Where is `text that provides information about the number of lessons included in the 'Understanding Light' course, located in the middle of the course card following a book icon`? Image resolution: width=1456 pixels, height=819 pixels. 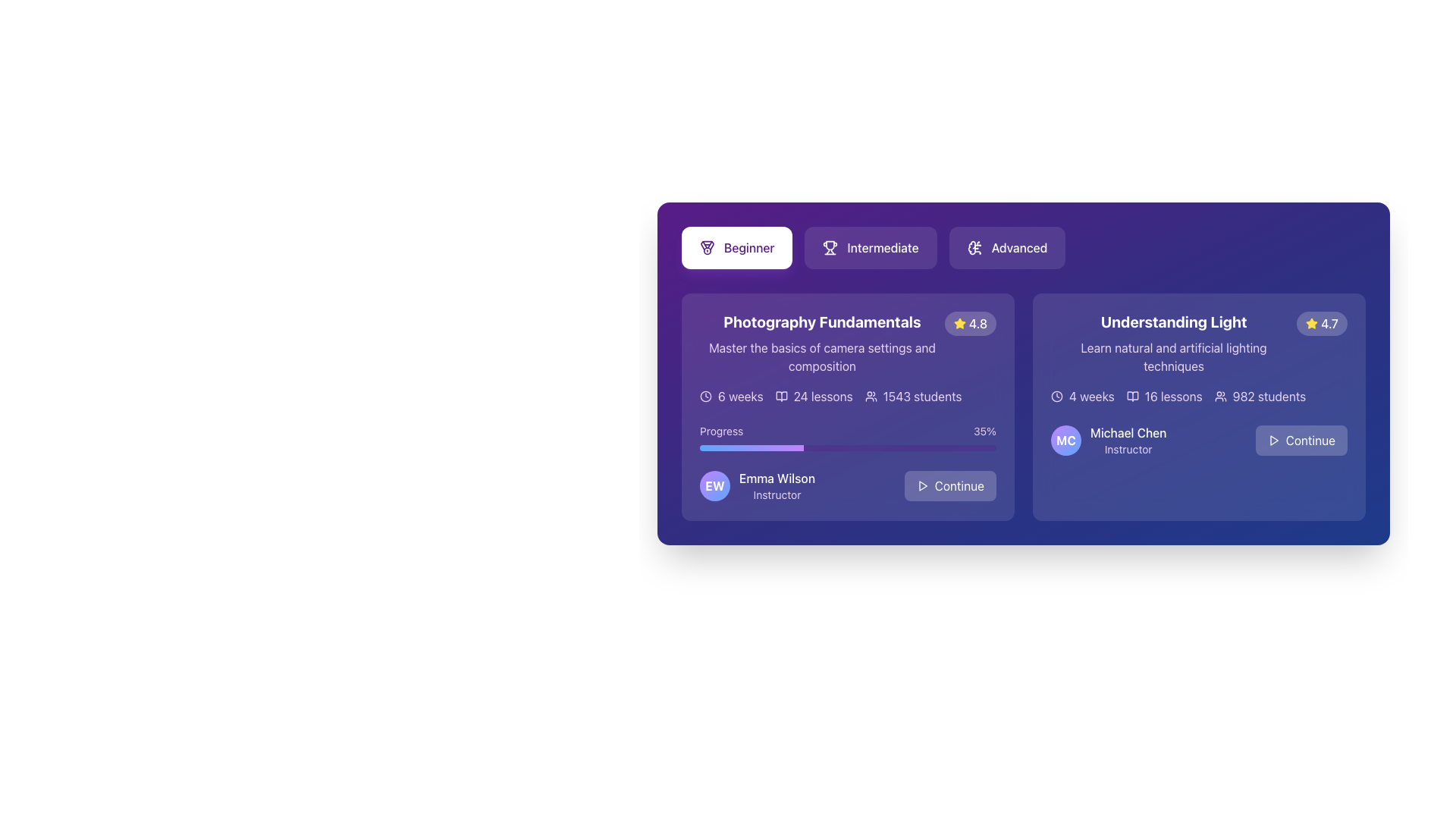
text that provides information about the number of lessons included in the 'Understanding Light' course, located in the middle of the course card following a book icon is located at coordinates (1172, 396).